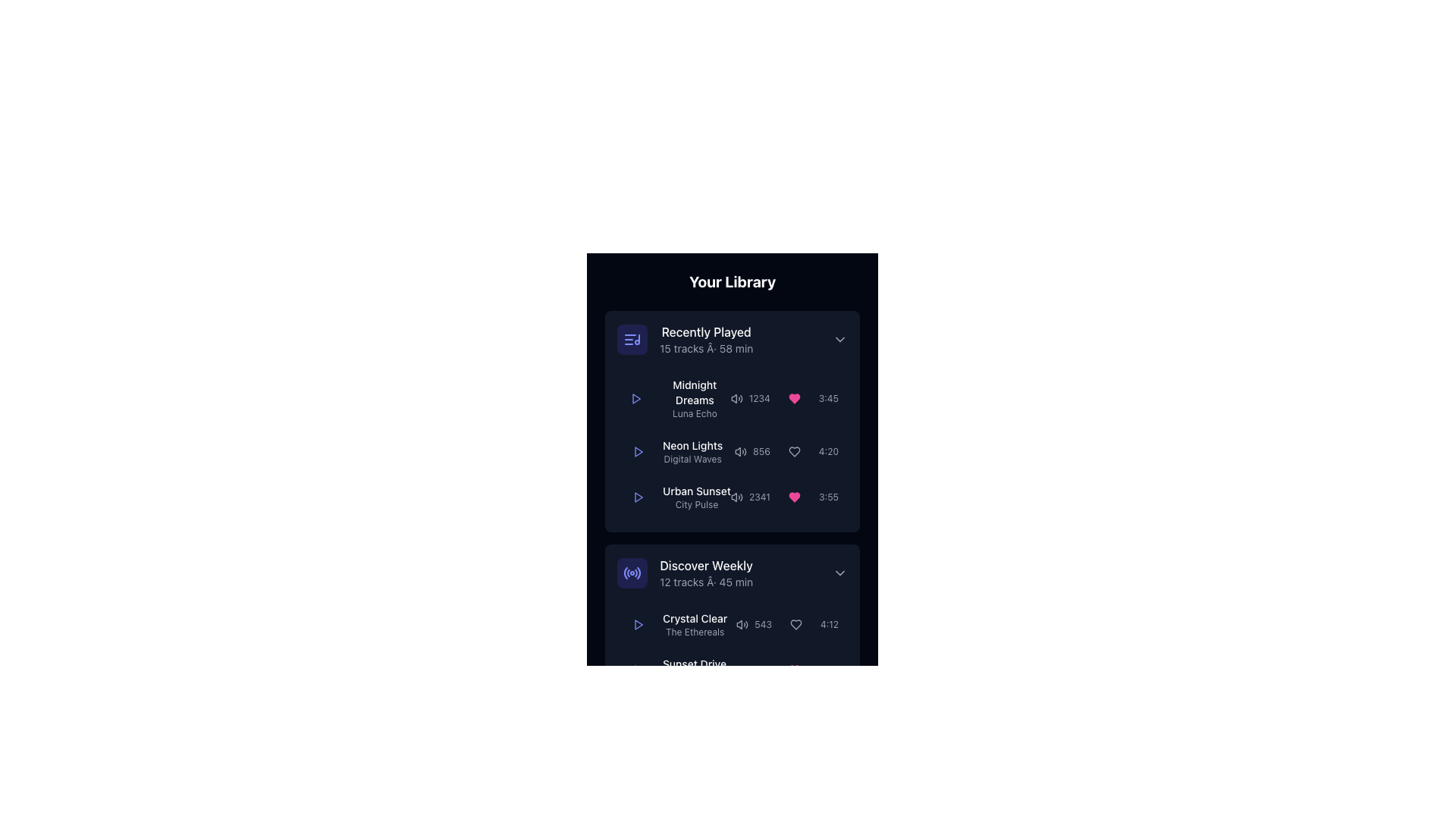  What do you see at coordinates (638, 625) in the screenshot?
I see `the playback icon button located to the left of the 'Crystal Clear' song title in the 'Discover Weekly' section` at bounding box center [638, 625].